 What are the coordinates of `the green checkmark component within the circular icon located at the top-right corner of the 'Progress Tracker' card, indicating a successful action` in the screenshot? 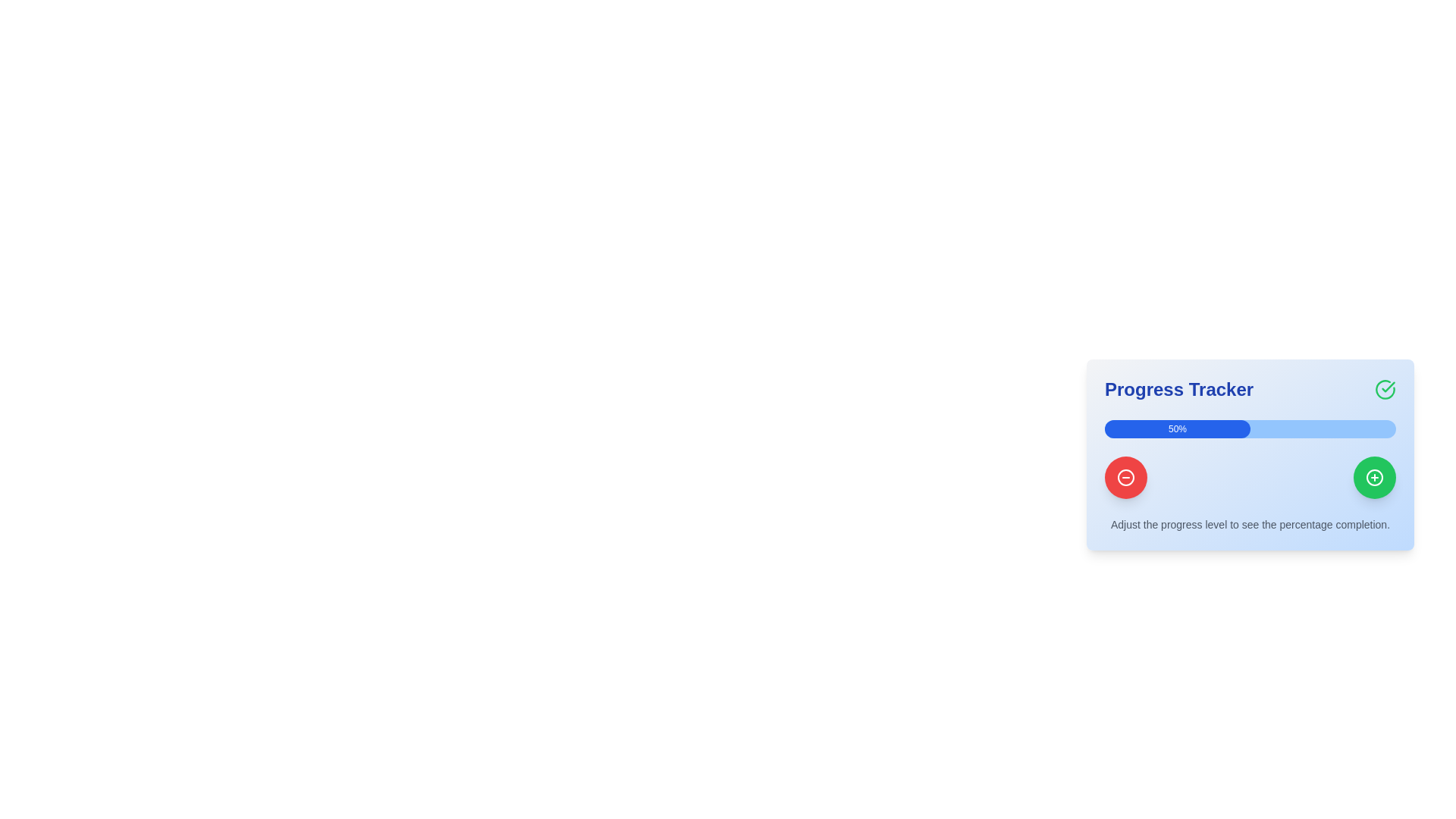 It's located at (1389, 386).